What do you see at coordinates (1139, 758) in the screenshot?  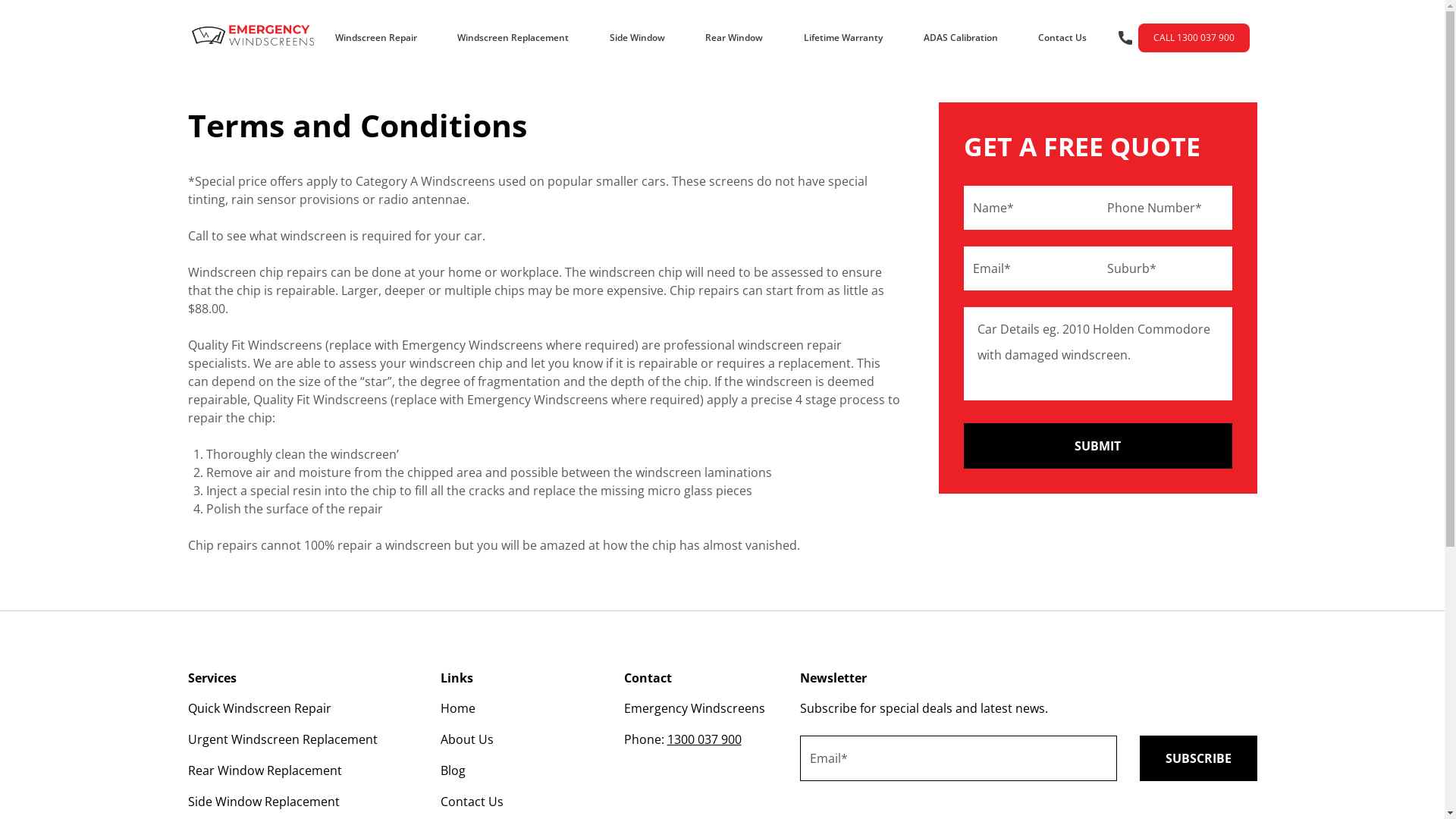 I see `'Subscribe'` at bounding box center [1139, 758].